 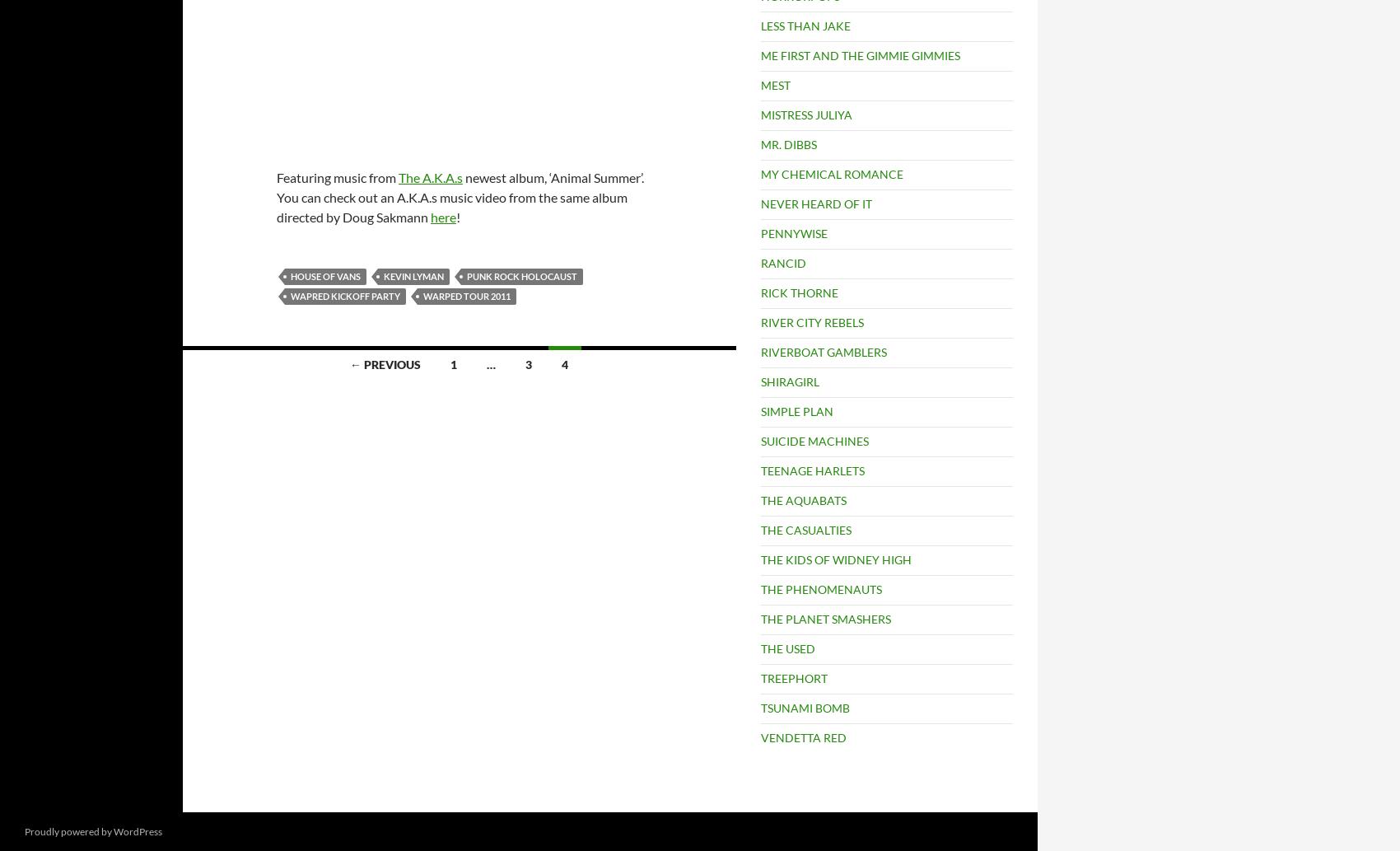 What do you see at coordinates (799, 292) in the screenshot?
I see `'RICK THORNE'` at bounding box center [799, 292].